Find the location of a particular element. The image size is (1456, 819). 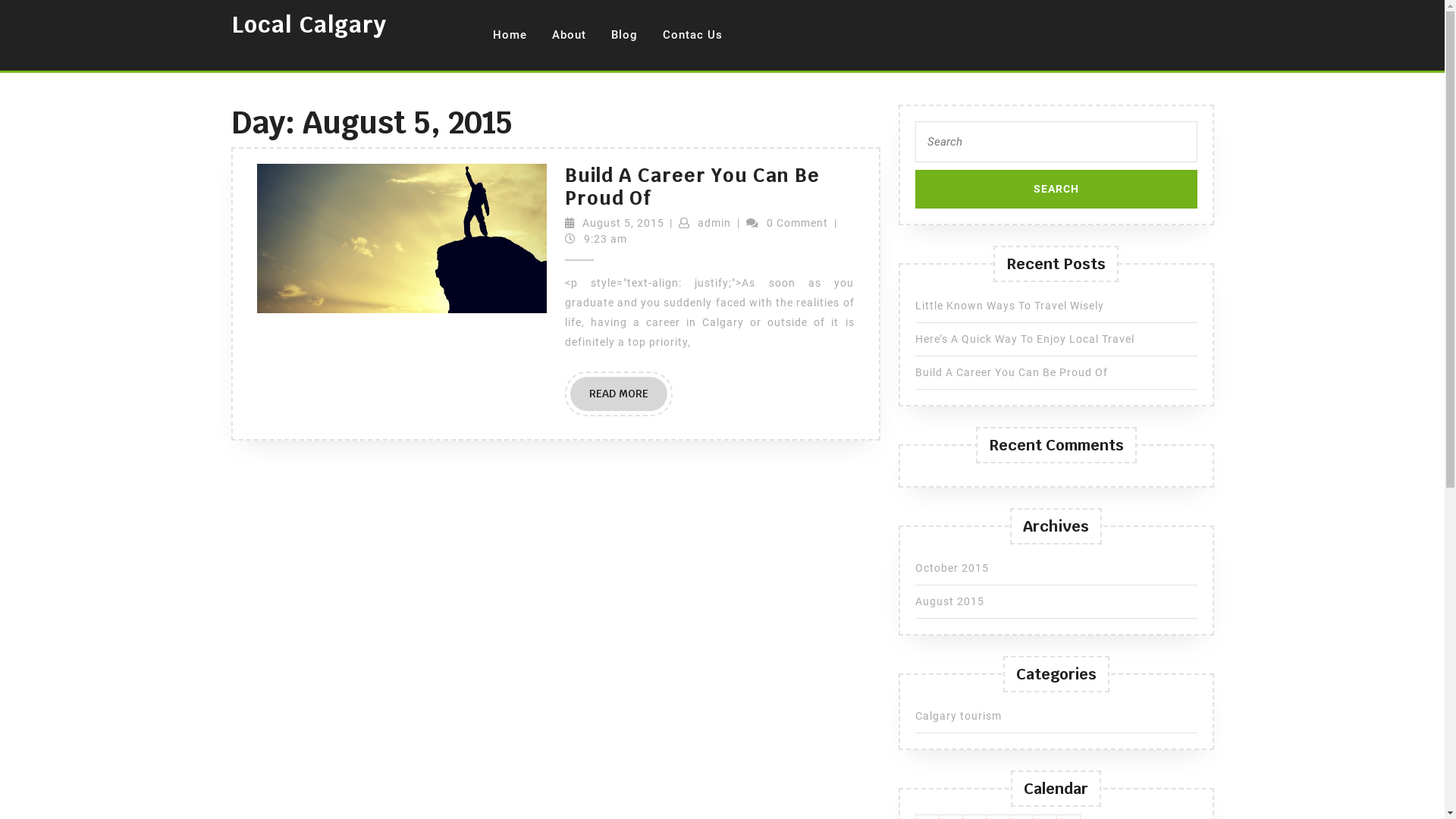

'August 5, 2015 is located at coordinates (623, 222).